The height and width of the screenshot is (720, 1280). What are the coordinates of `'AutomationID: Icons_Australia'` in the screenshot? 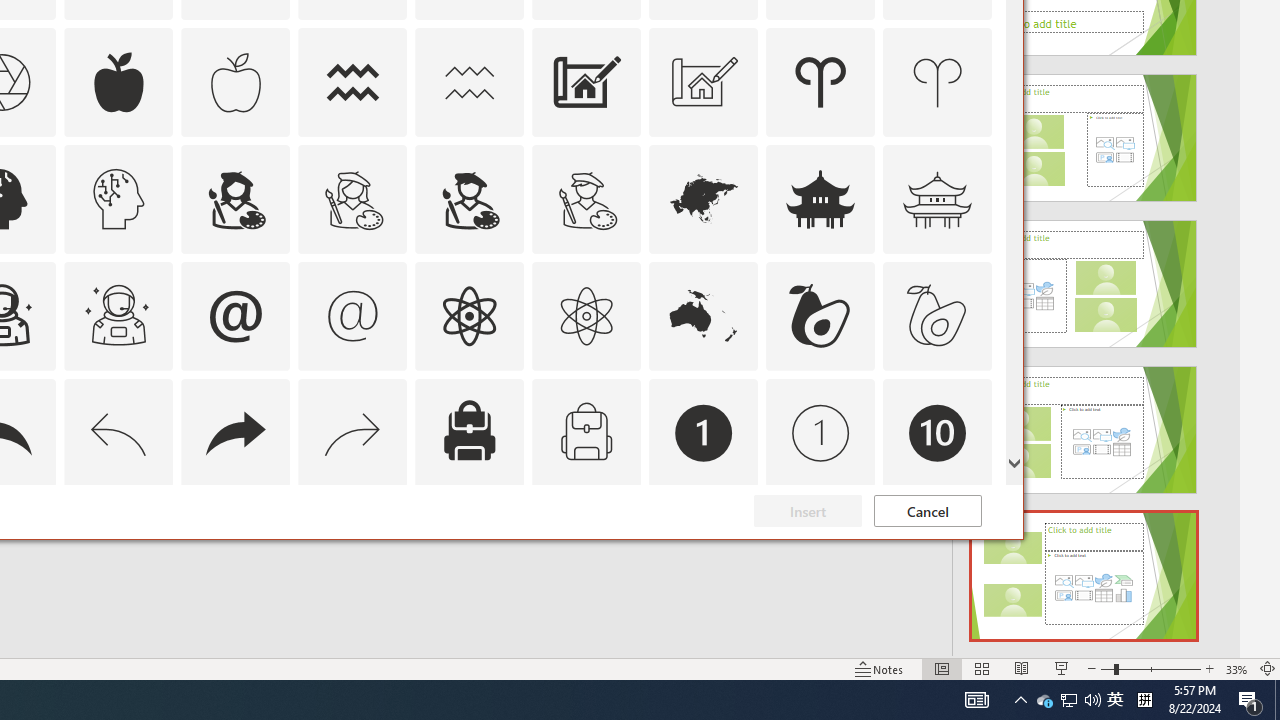 It's located at (704, 315).